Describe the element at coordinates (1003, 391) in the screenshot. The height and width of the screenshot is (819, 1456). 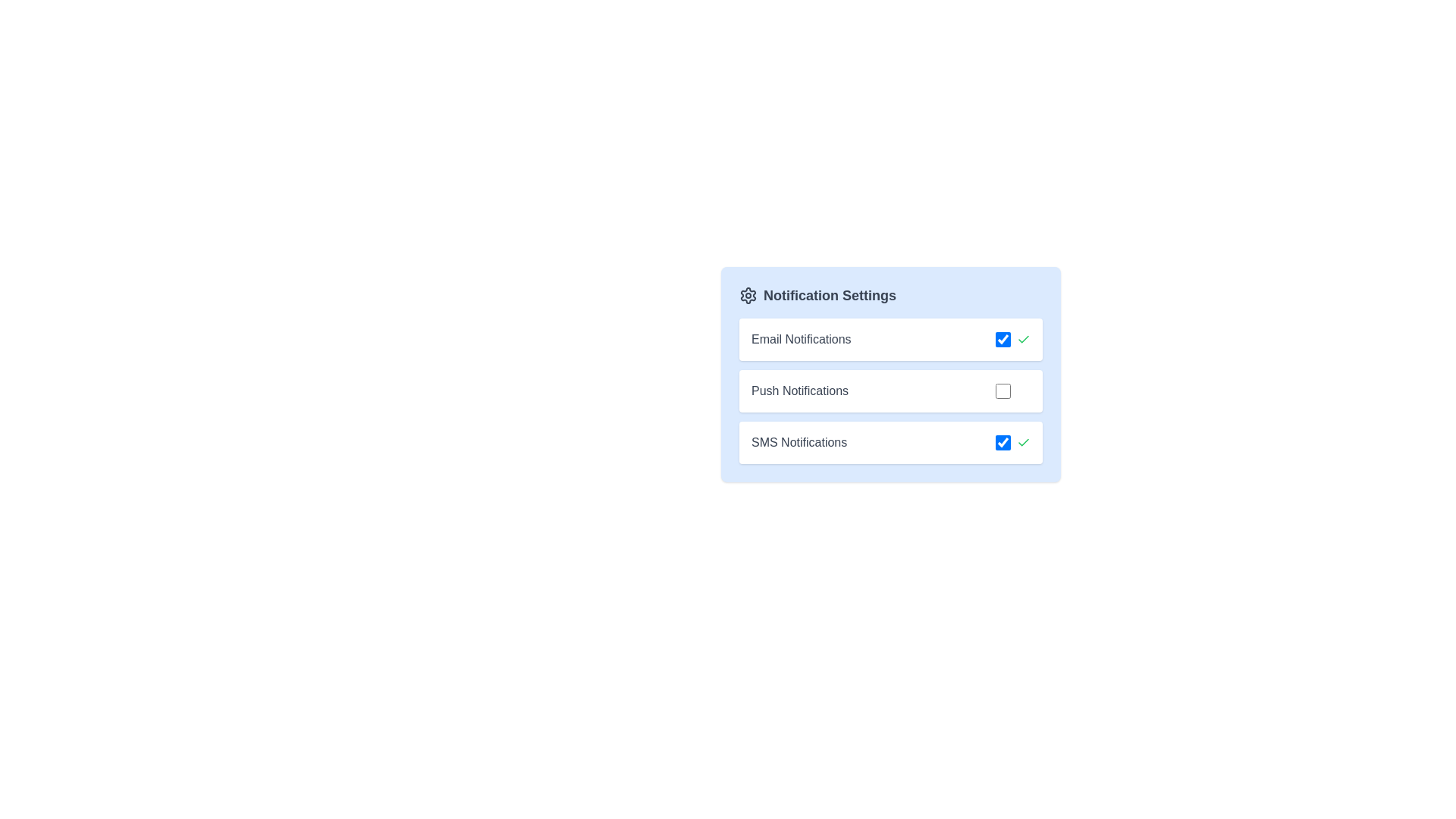
I see `the blue square checkbox associated with the 'Push Notifications' label` at that location.